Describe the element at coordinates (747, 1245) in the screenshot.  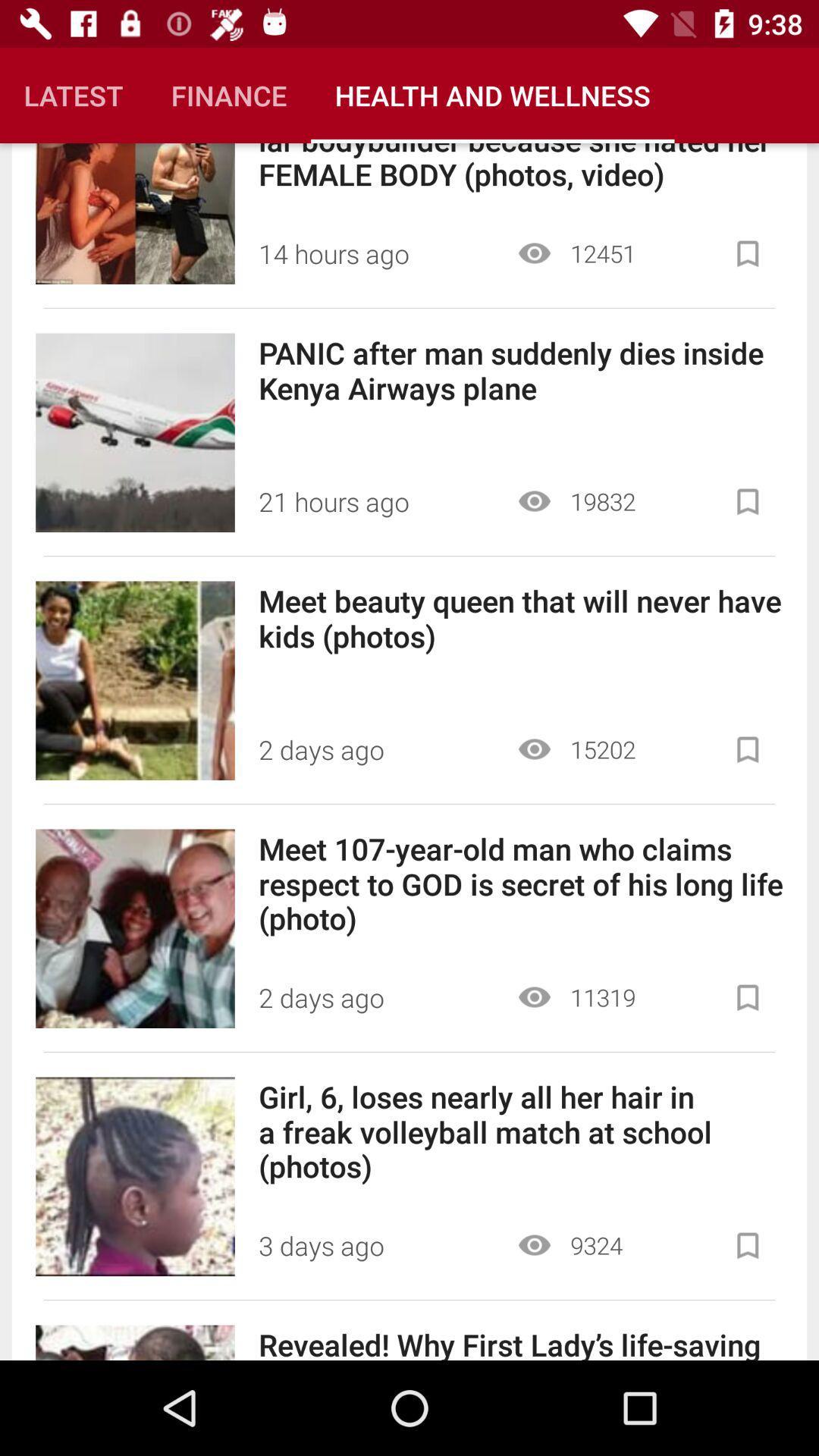
I see `flag option` at that location.